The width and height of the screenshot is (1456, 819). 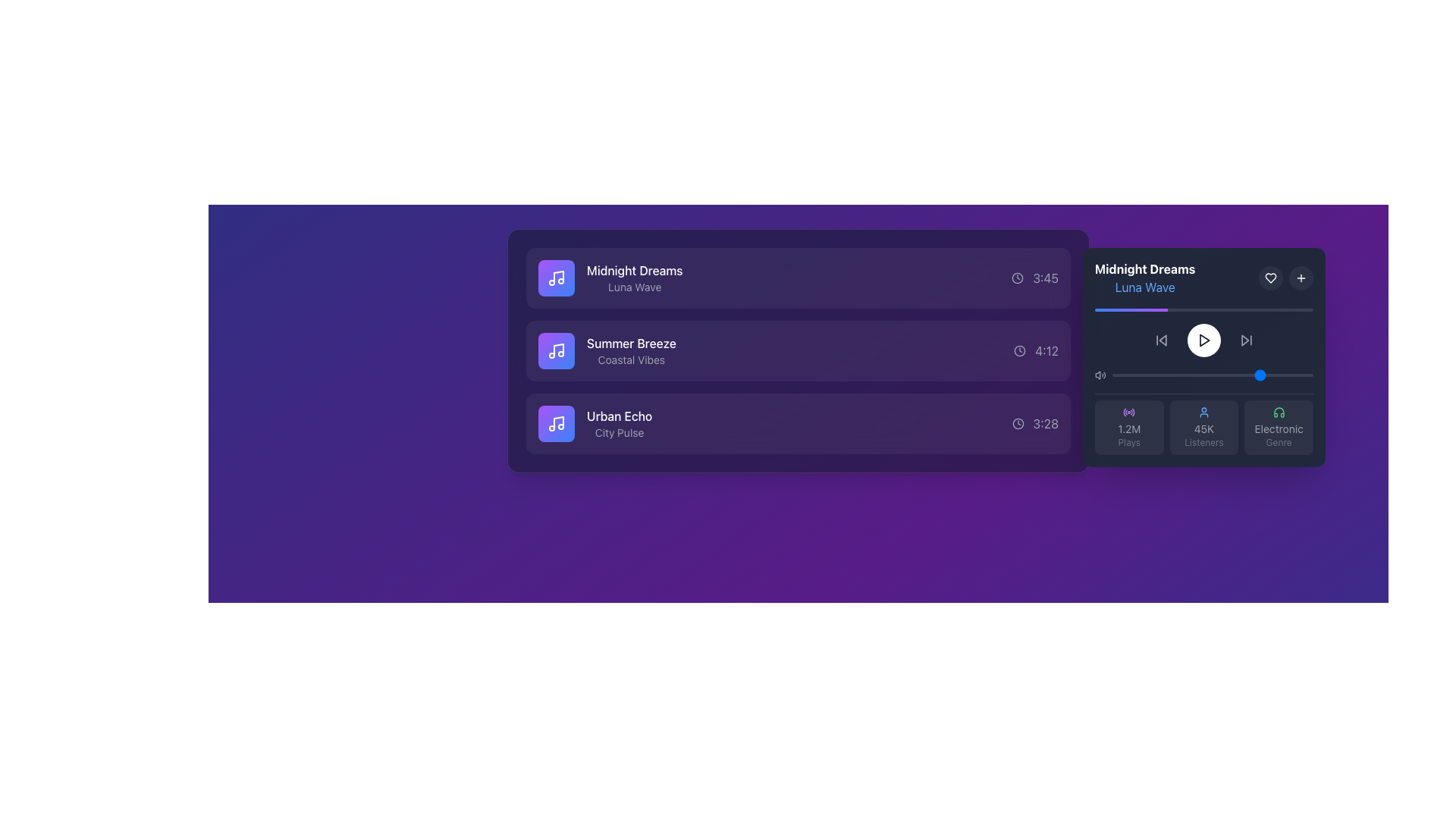 What do you see at coordinates (1129, 412) in the screenshot?
I see `the circular purple icon resembling a radio signal, located in the top-left corner of the section displaying '1.2M Plays'` at bounding box center [1129, 412].